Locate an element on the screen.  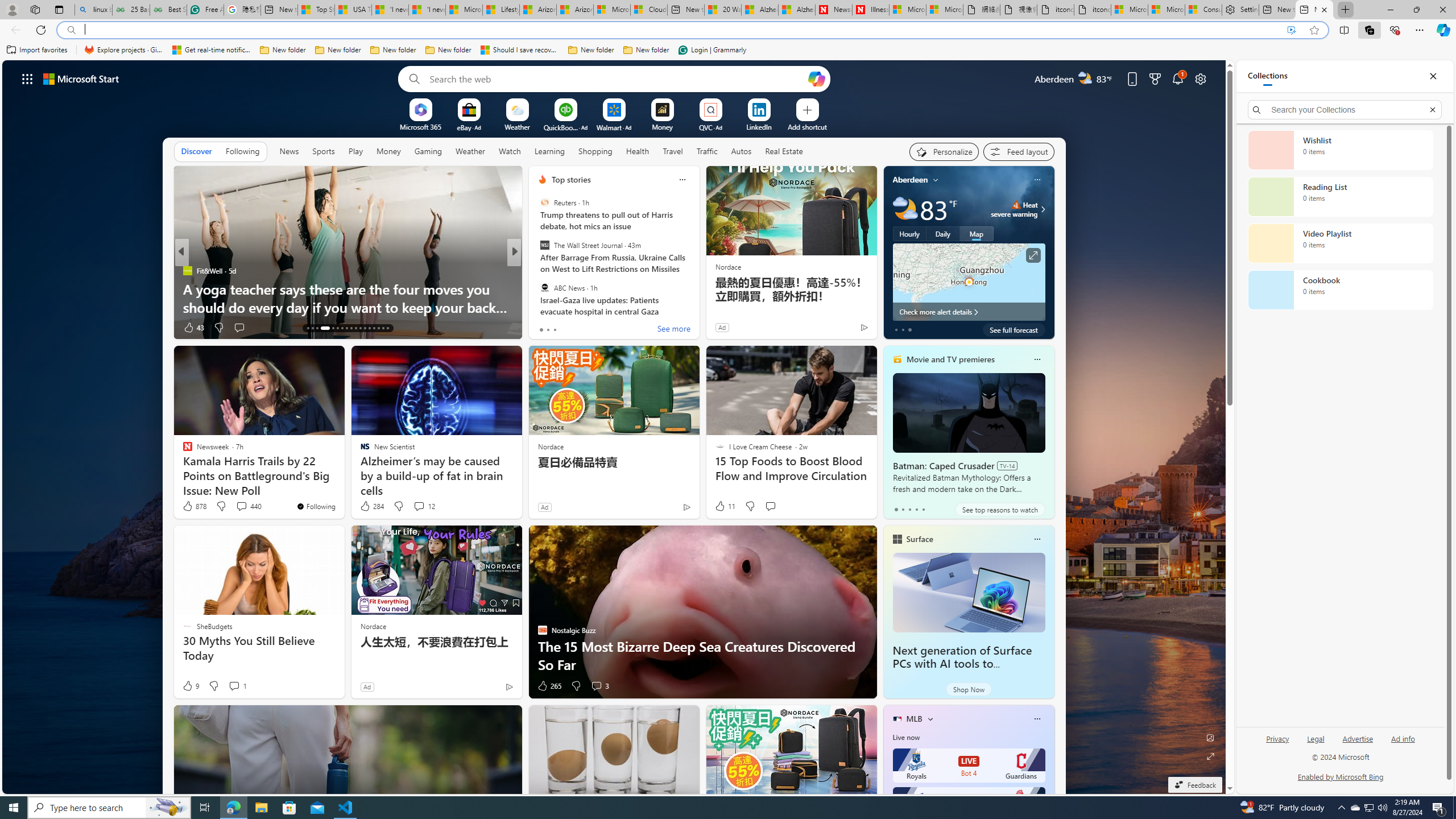
'11 Like' is located at coordinates (723, 505).